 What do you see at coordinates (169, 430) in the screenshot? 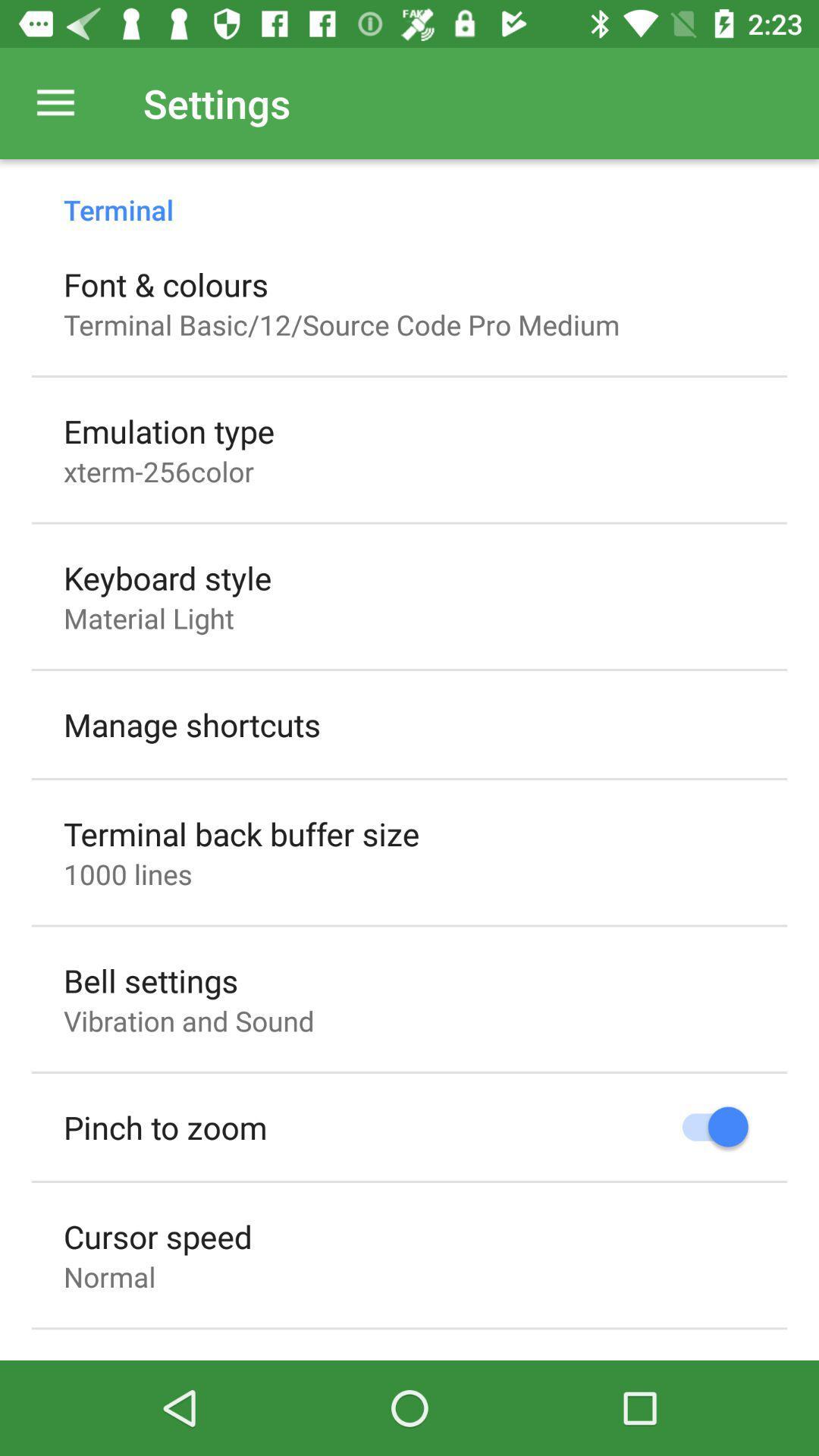
I see `the item below terminal basic 12` at bounding box center [169, 430].